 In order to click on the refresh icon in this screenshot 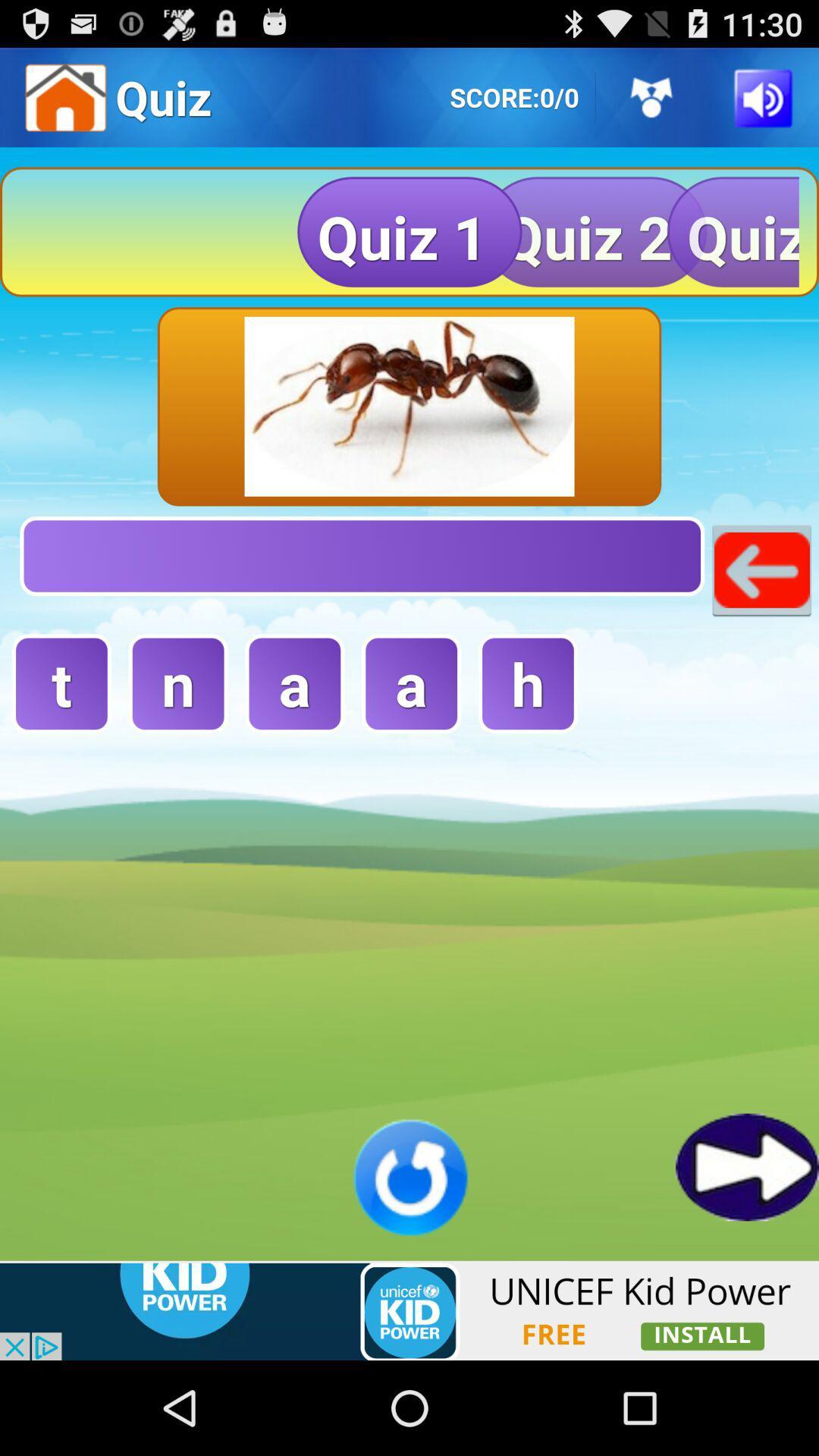, I will do `click(409, 1260)`.